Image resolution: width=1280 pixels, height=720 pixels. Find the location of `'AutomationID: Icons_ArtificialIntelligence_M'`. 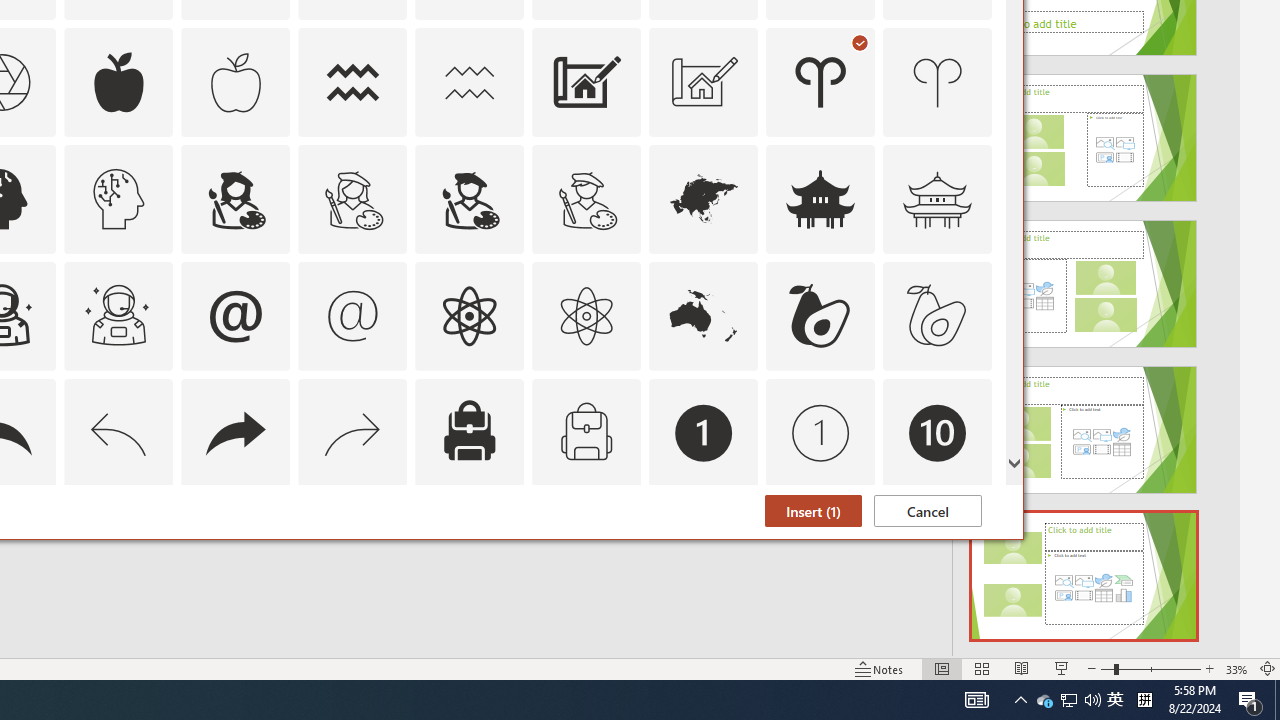

'AutomationID: Icons_ArtificialIntelligence_M' is located at coordinates (118, 198).